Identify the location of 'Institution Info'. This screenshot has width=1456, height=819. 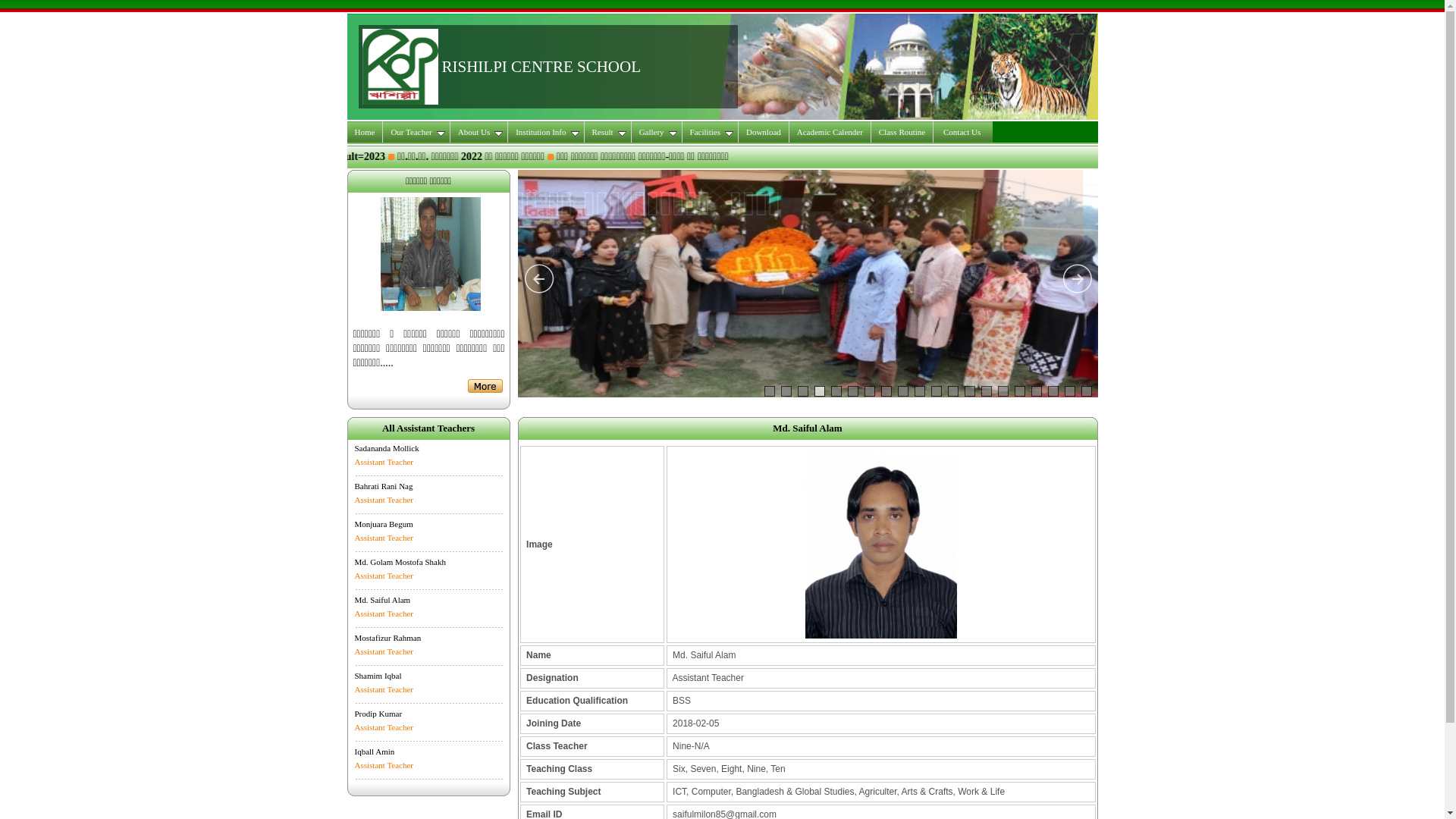
(546, 130).